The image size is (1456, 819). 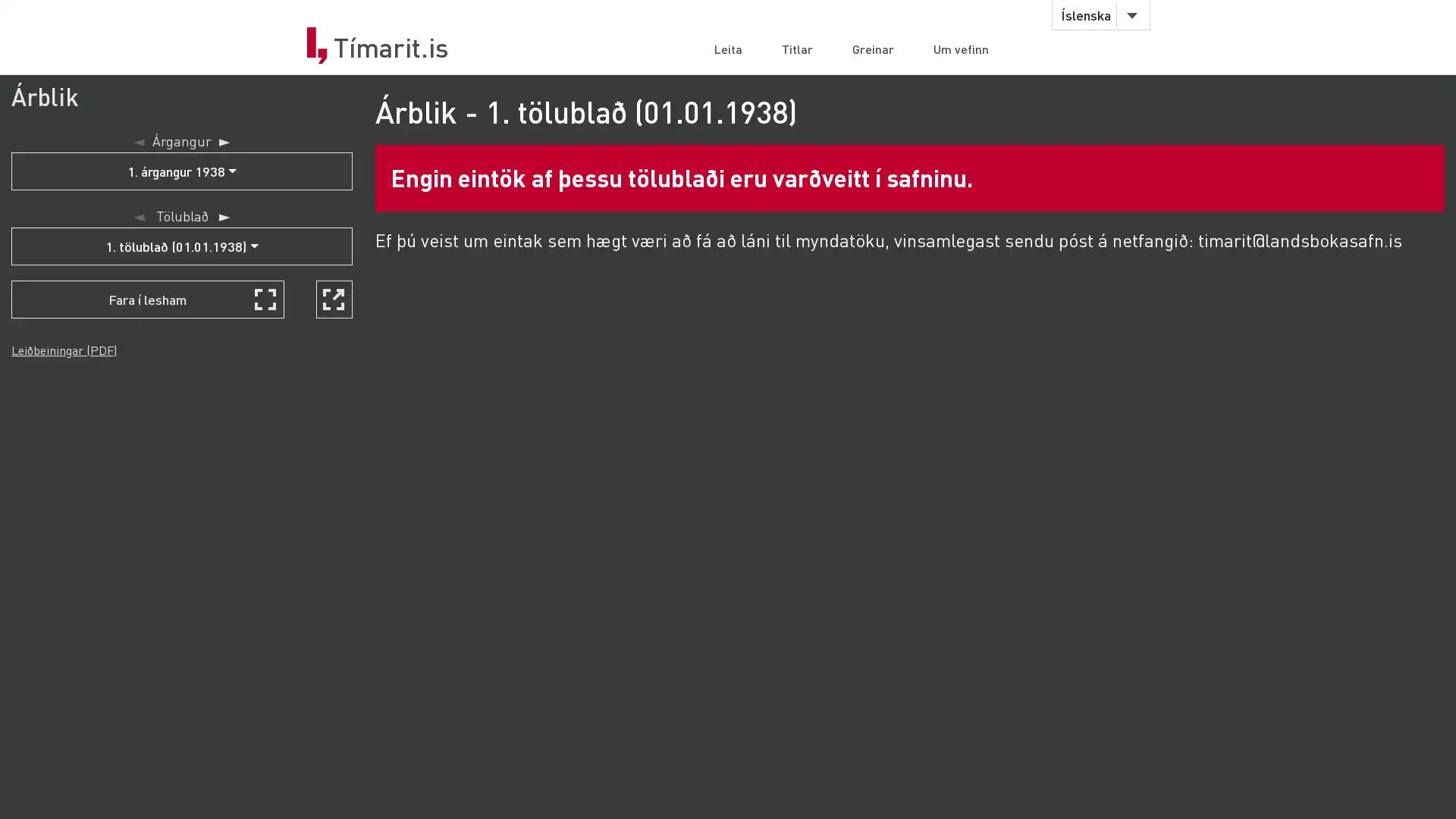 What do you see at coordinates (334, 298) in the screenshot?
I see `Skoa i nyjum glugga` at bounding box center [334, 298].